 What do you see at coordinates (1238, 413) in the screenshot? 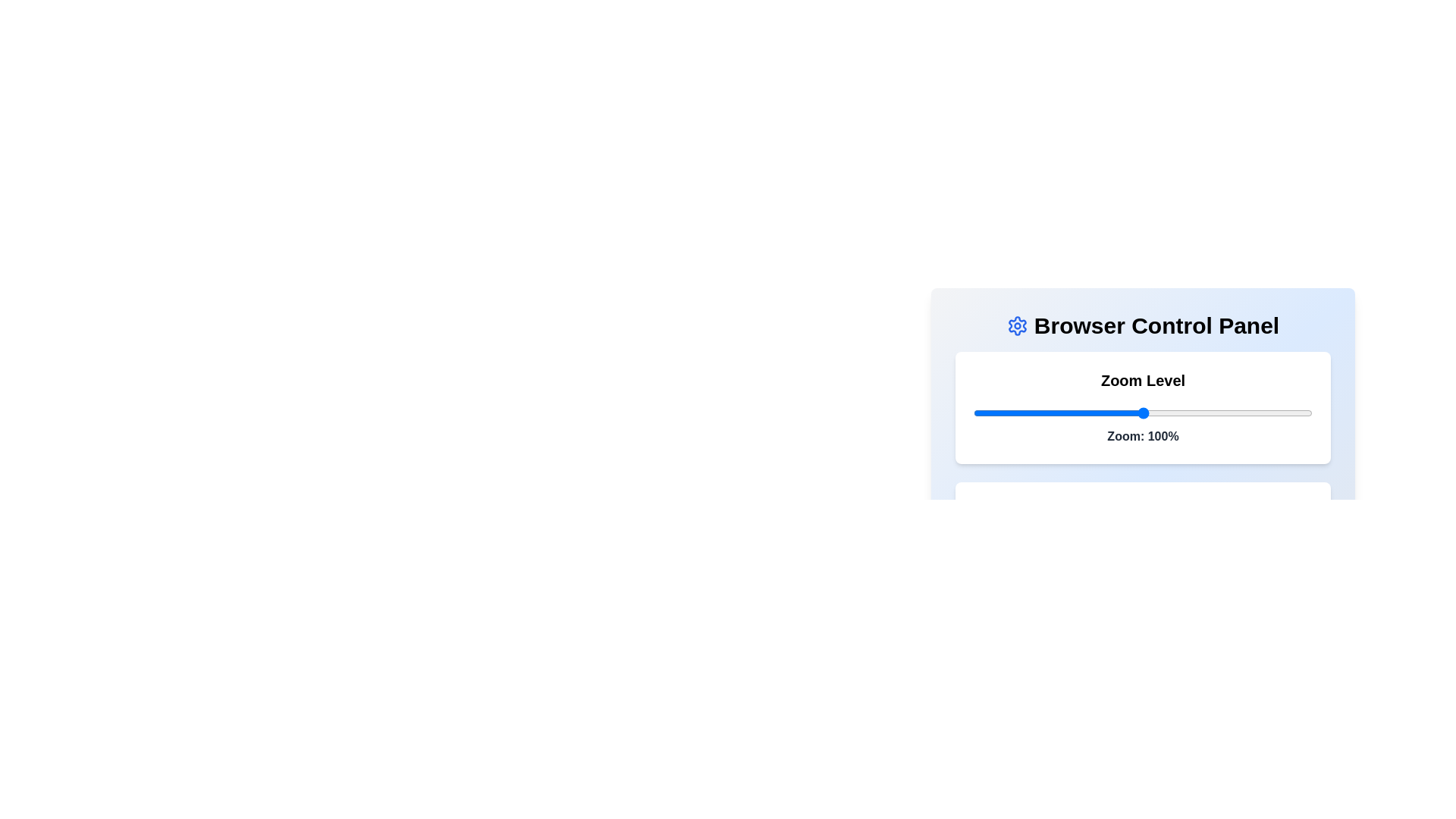
I see `the zoom level to 128% using the slider` at bounding box center [1238, 413].